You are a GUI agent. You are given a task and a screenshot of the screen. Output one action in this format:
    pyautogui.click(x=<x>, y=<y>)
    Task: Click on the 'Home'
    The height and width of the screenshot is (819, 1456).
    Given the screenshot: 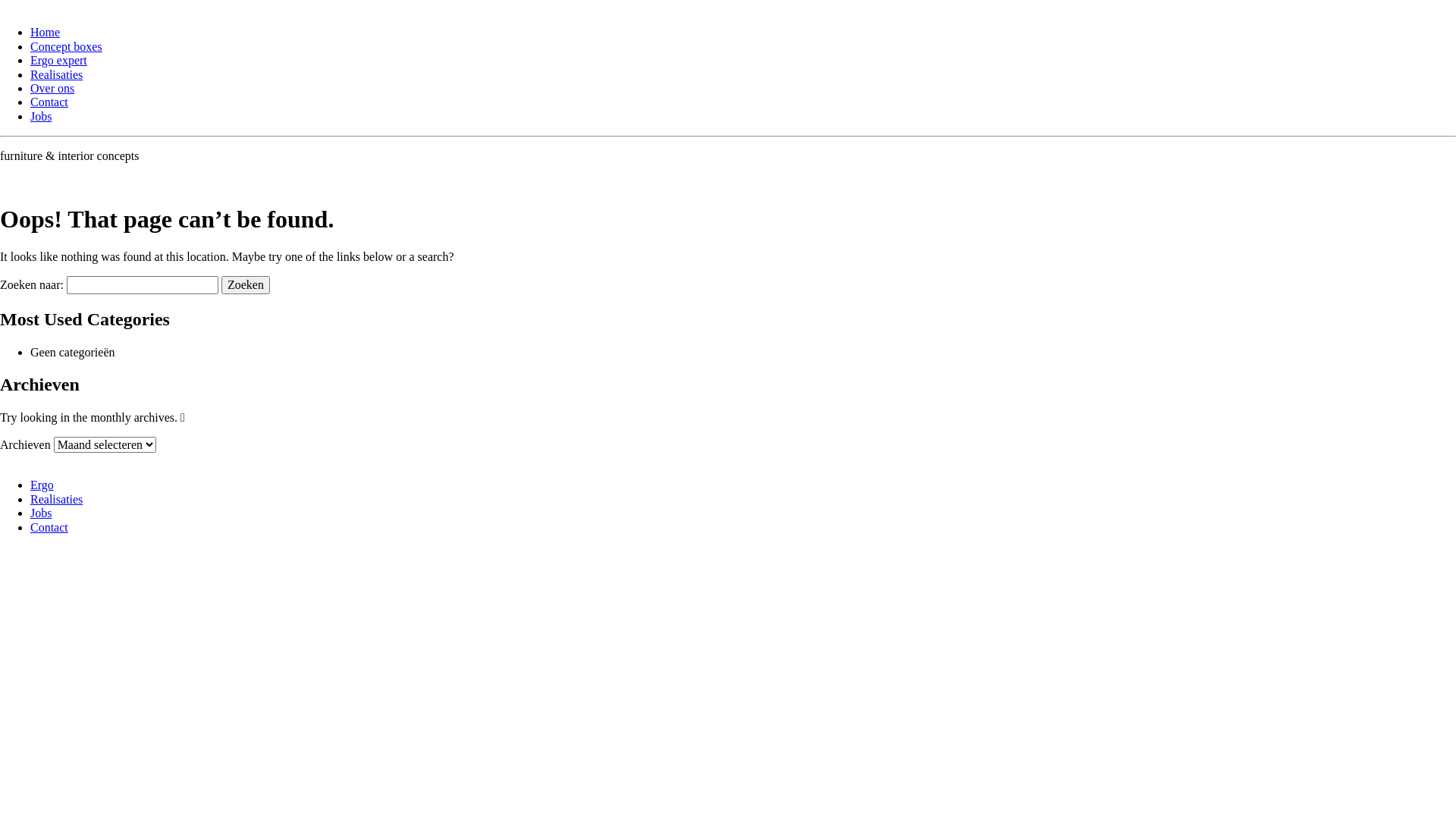 What is the action you would take?
    pyautogui.click(x=45, y=32)
    